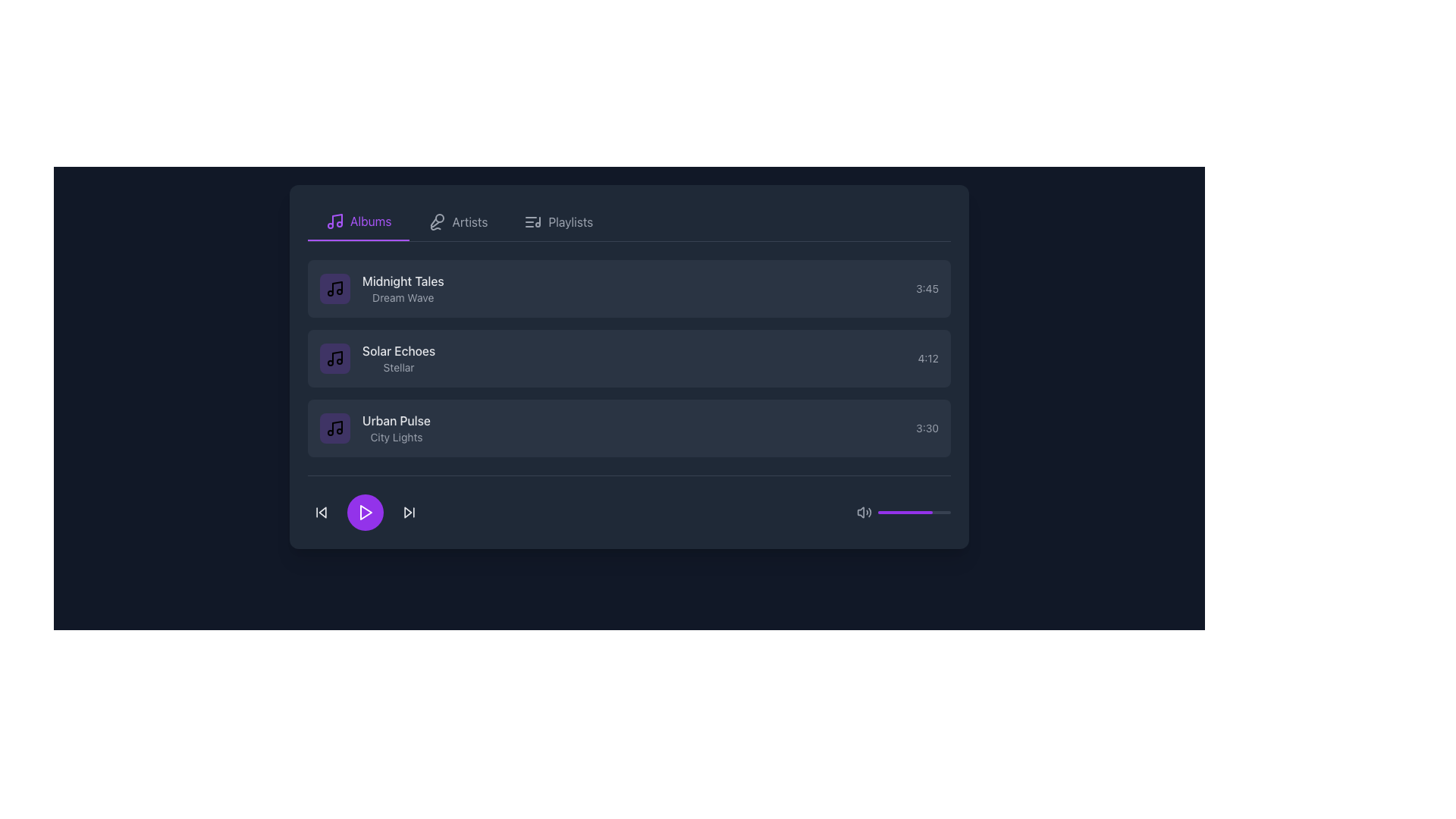 The width and height of the screenshot is (1456, 819). What do you see at coordinates (864, 512) in the screenshot?
I see `the volume control icon located in the lower-right corner of the panel` at bounding box center [864, 512].